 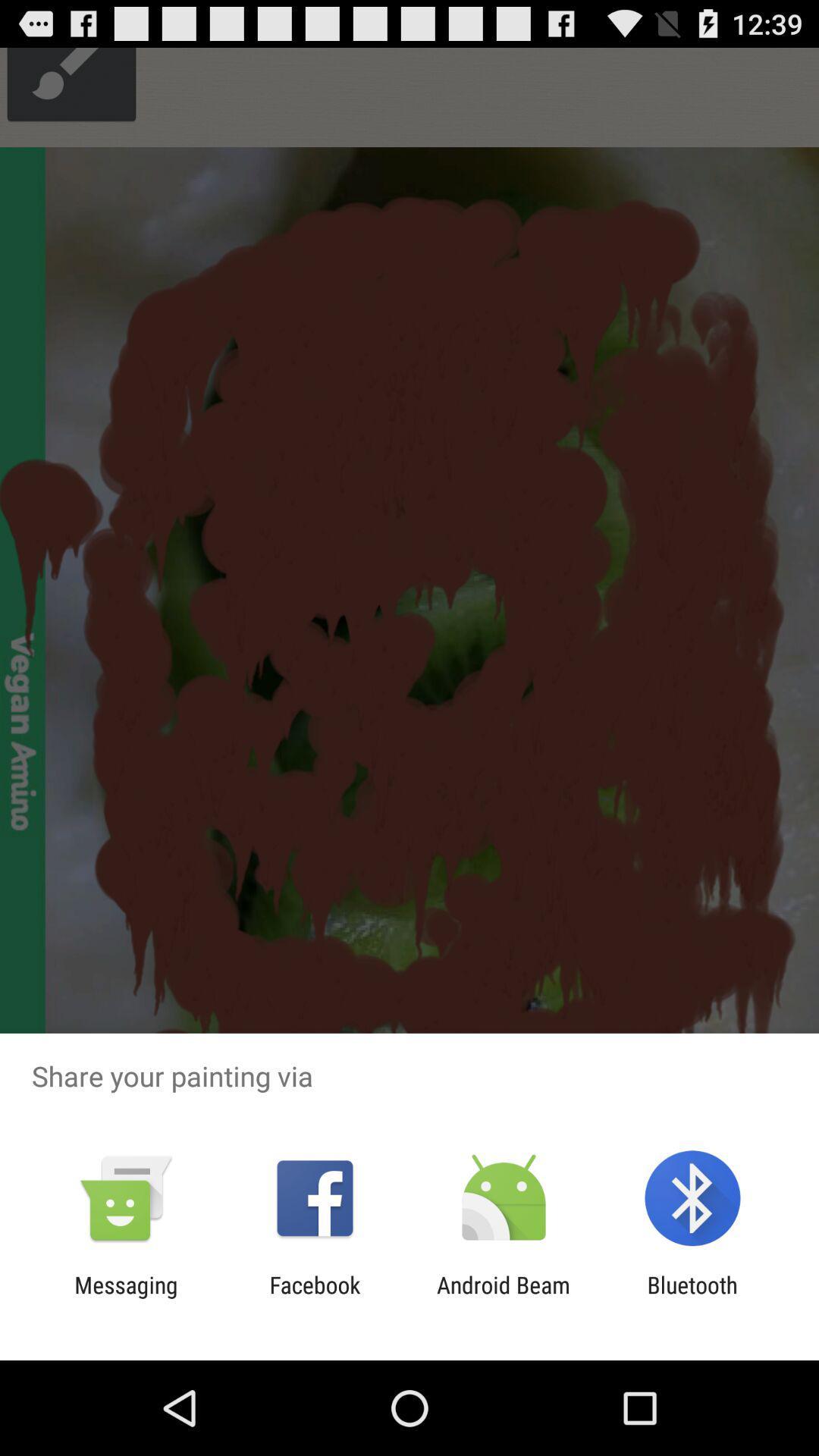 What do you see at coordinates (504, 1298) in the screenshot?
I see `android beam app` at bounding box center [504, 1298].